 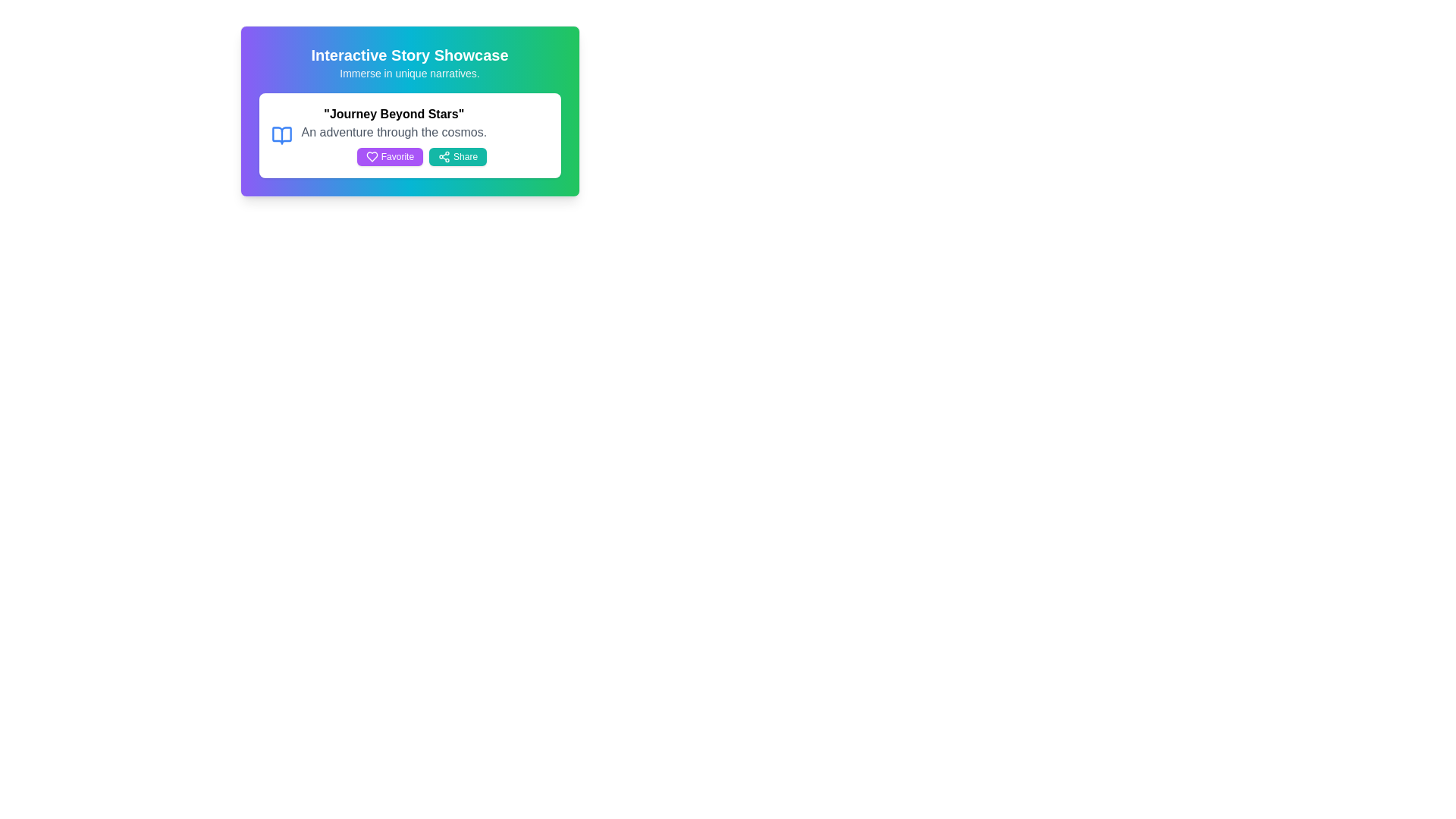 I want to click on the sharing icon located to the left of the 'Share' text in the bottom-right corner of the green background section, so click(x=443, y=157).